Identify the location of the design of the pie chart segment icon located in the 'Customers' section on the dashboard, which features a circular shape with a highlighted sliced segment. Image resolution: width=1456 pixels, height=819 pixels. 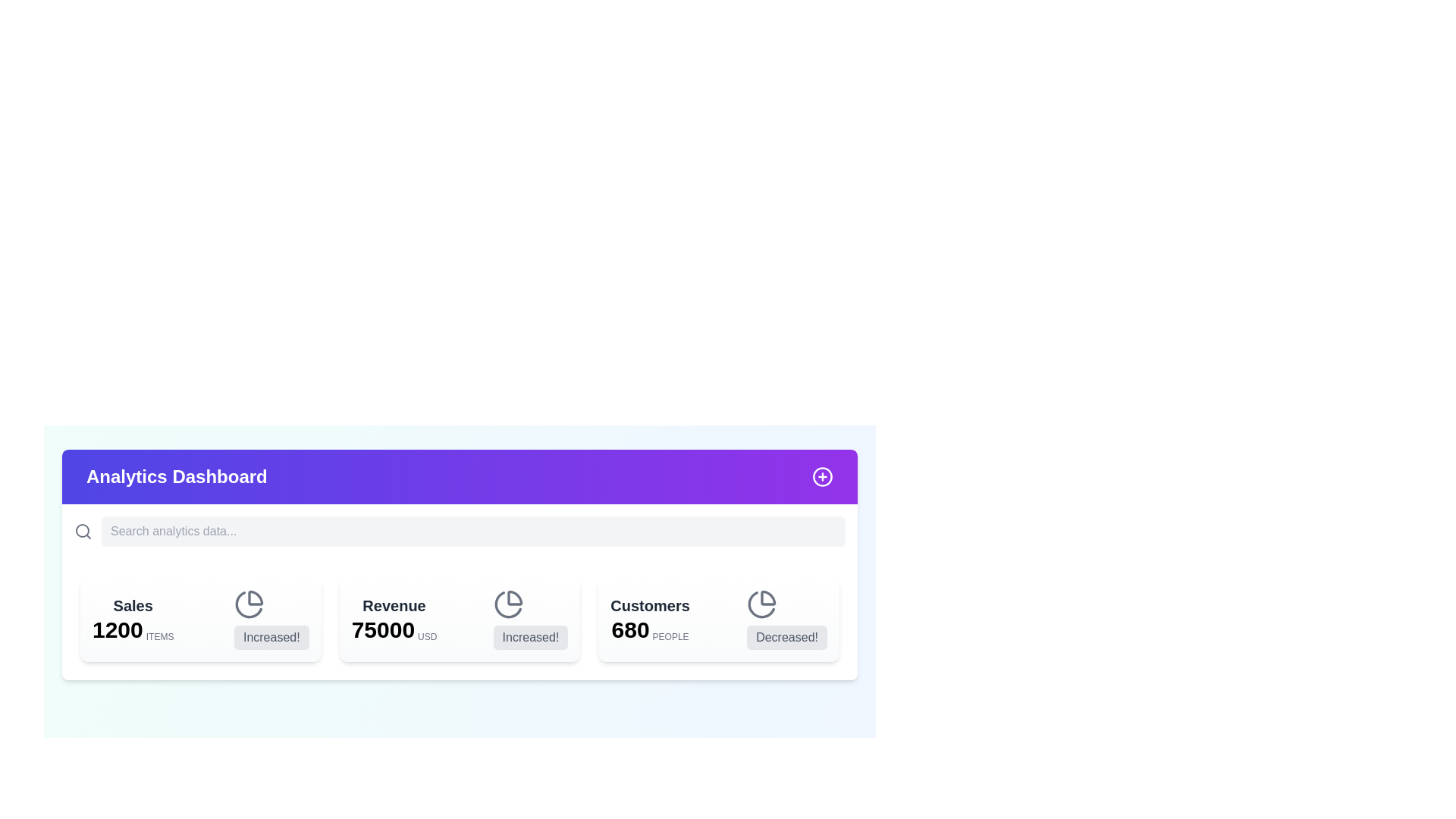
(514, 597).